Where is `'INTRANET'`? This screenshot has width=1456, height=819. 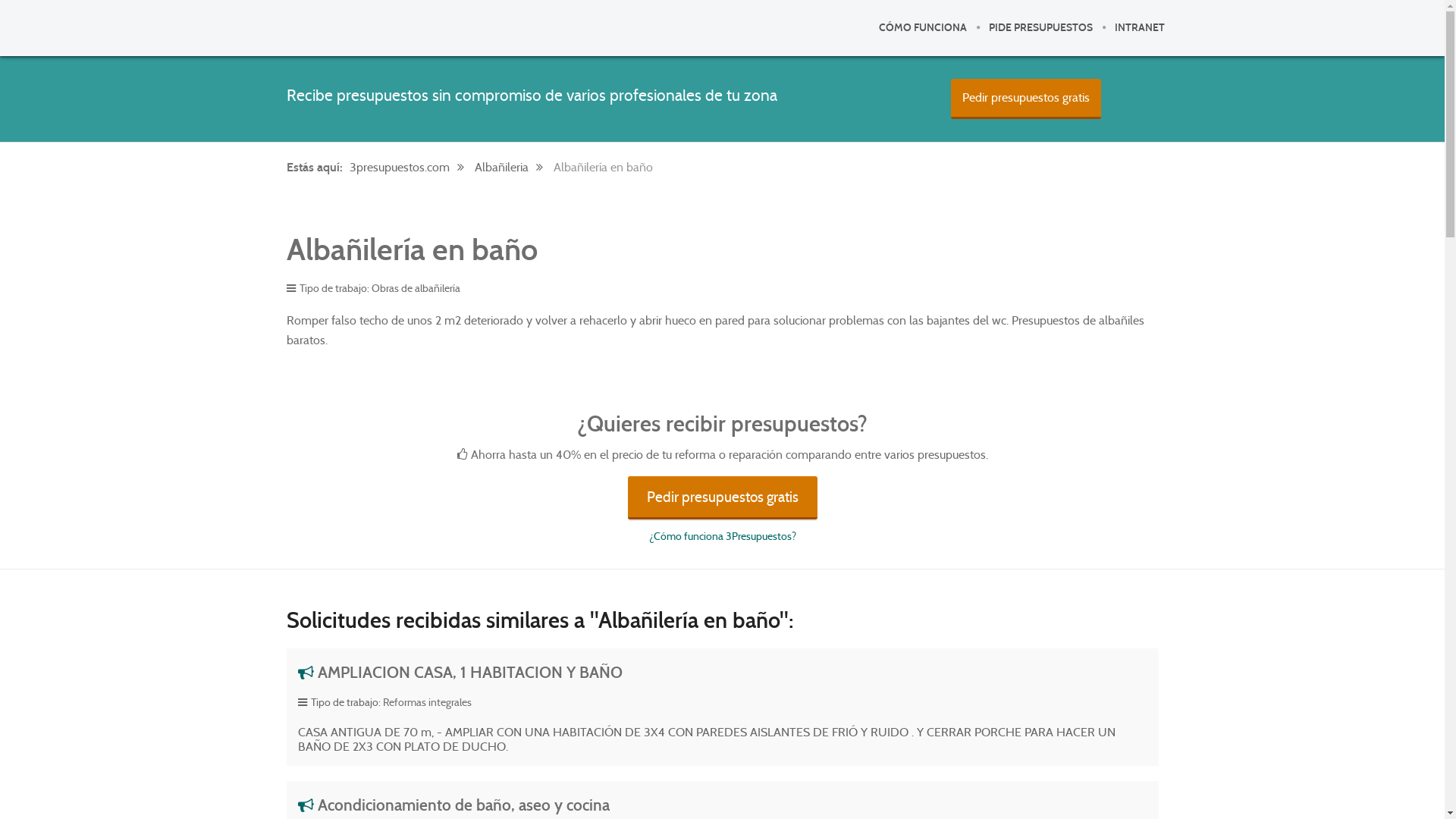 'INTRANET' is located at coordinates (1139, 28).